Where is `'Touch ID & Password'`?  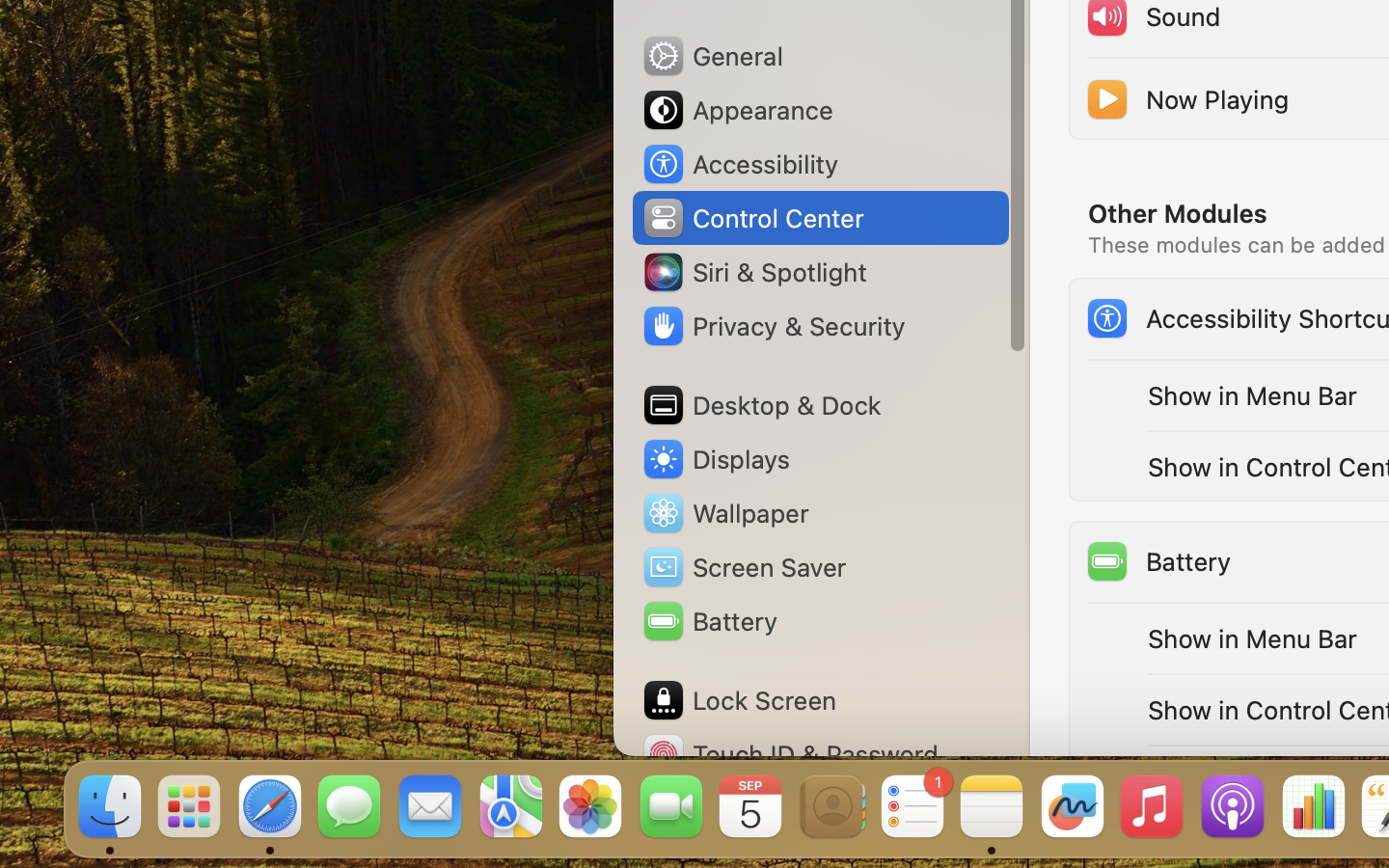 'Touch ID & Password' is located at coordinates (790, 753).